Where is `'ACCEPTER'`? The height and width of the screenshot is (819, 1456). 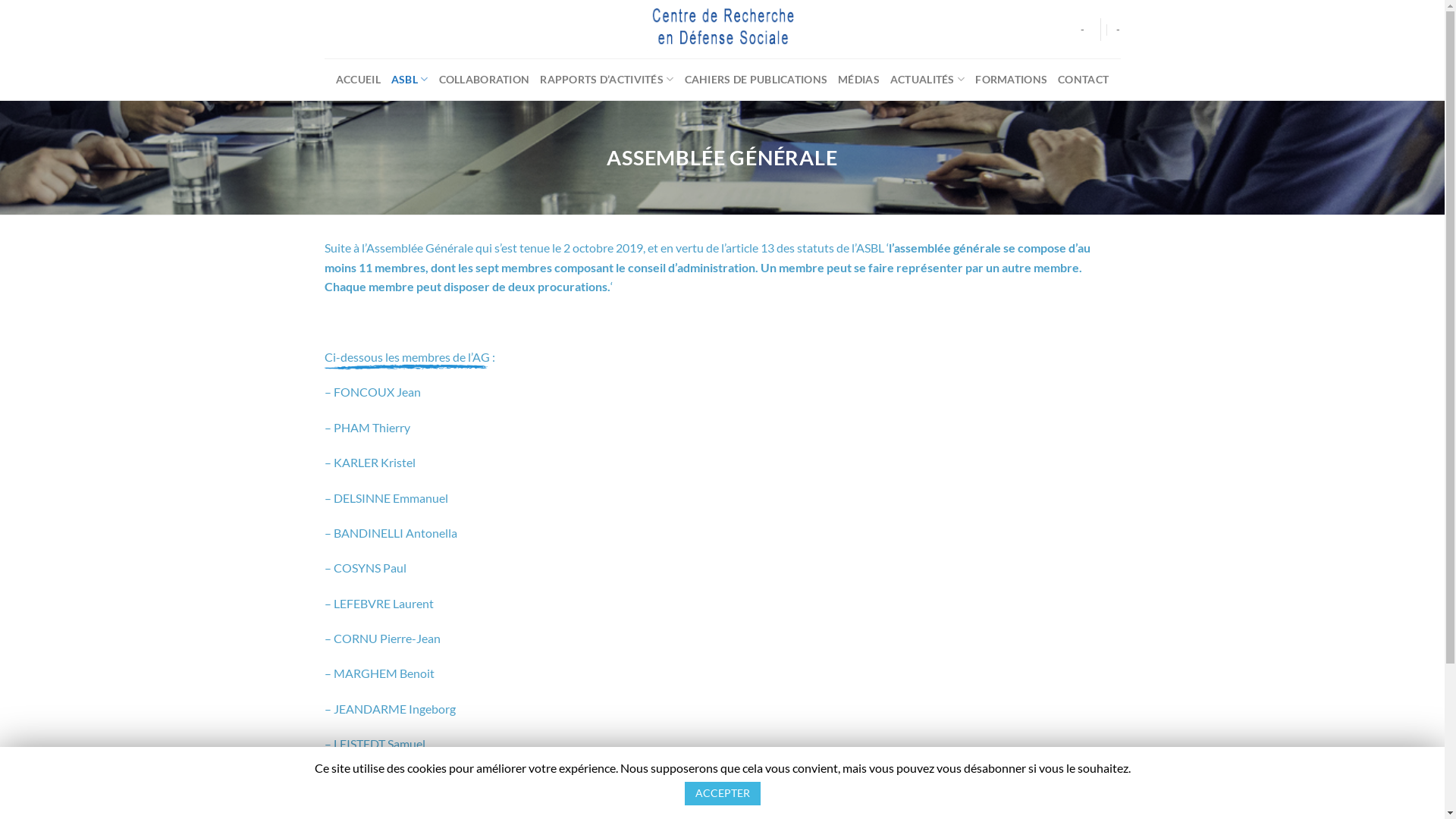 'ACCEPTER' is located at coordinates (720, 792).